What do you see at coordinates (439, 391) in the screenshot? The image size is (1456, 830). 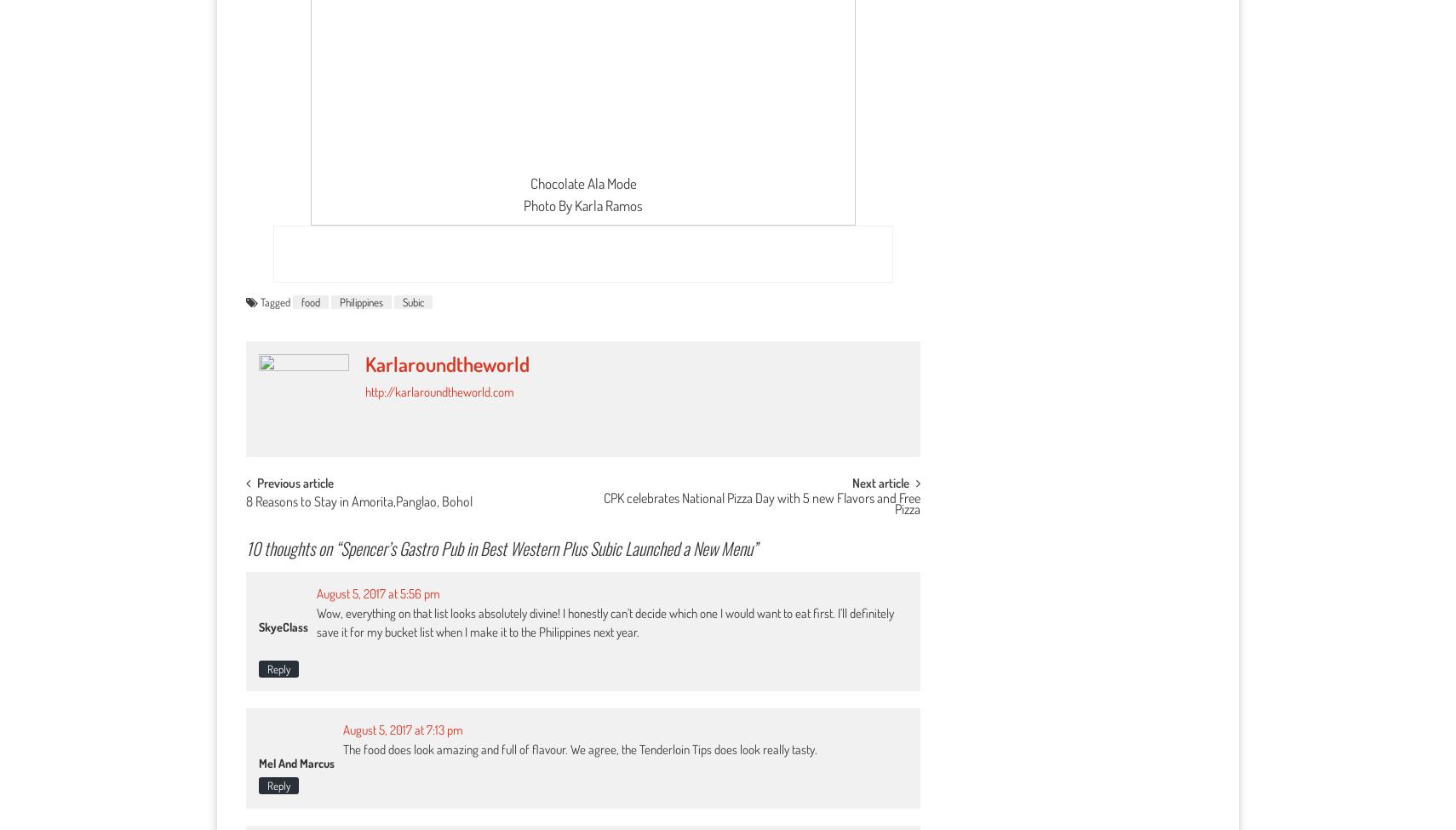 I see `'http://karlaroundtheworld.com'` at bounding box center [439, 391].